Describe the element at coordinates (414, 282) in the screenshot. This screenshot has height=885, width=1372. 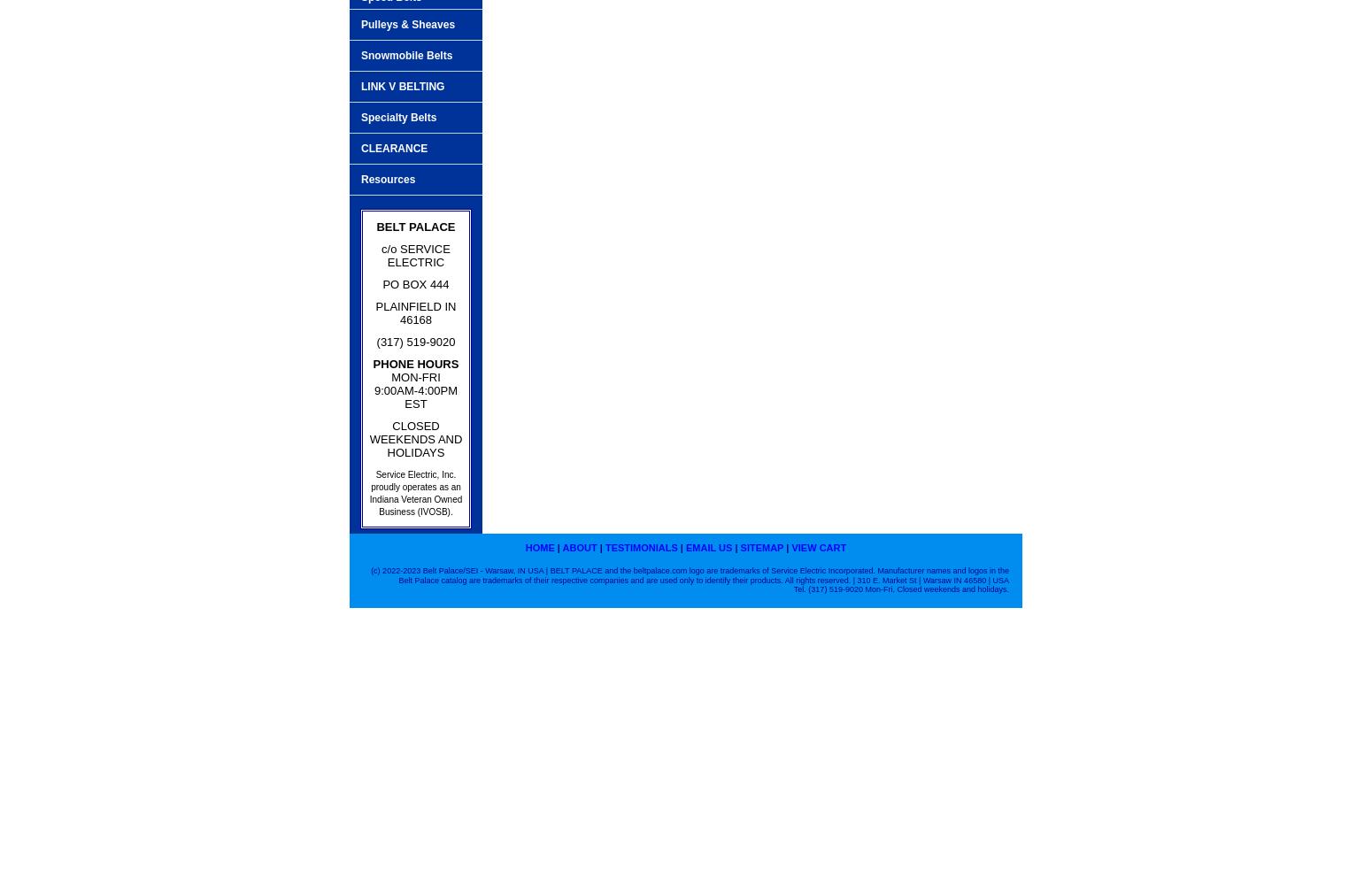
I see `'PO BOX 444'` at that location.